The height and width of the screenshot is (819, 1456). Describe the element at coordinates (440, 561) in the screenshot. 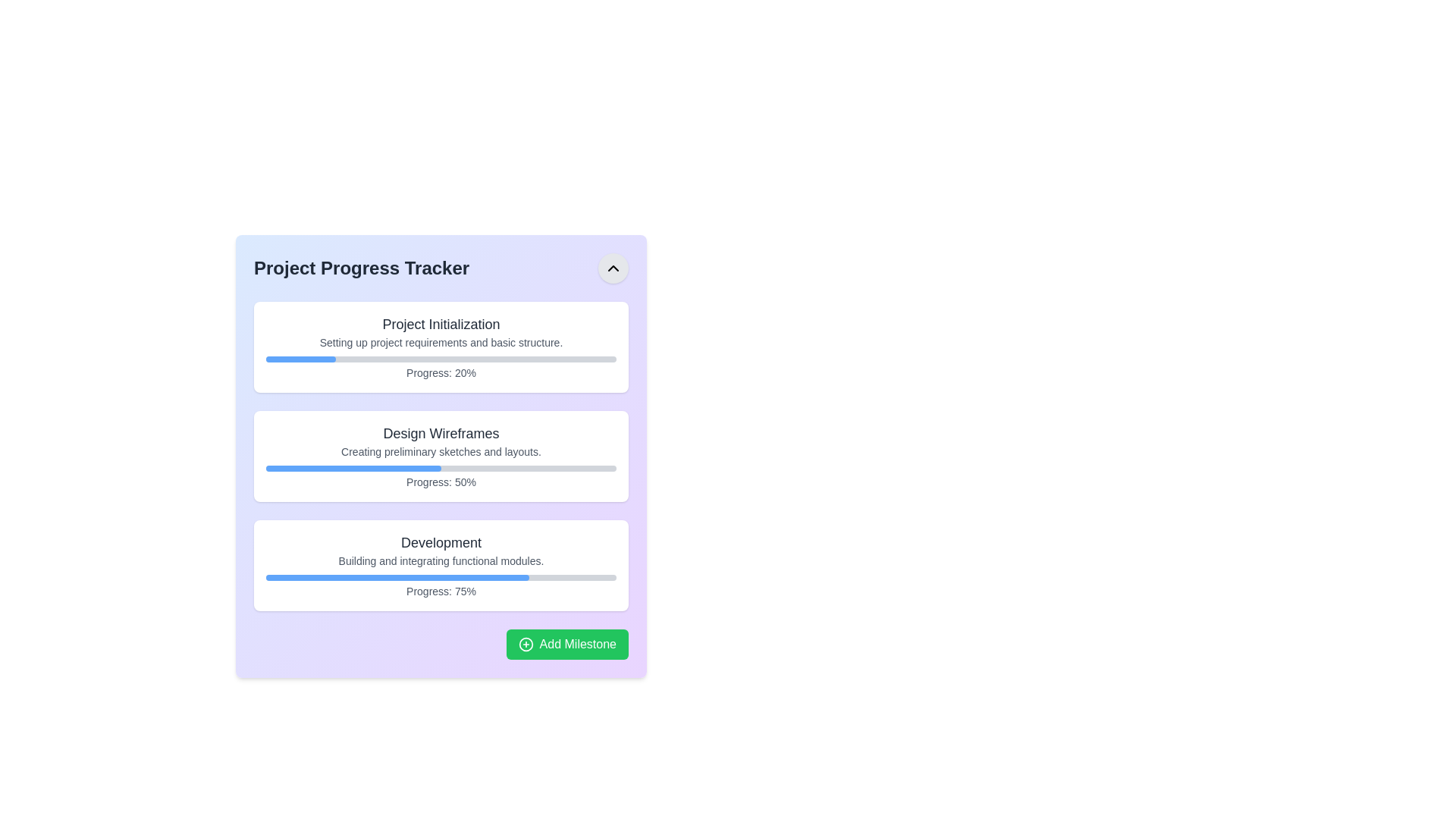

I see `the static text label that provides a brief description related to the 'Development' section, positioned between the header and a progress bar` at that location.